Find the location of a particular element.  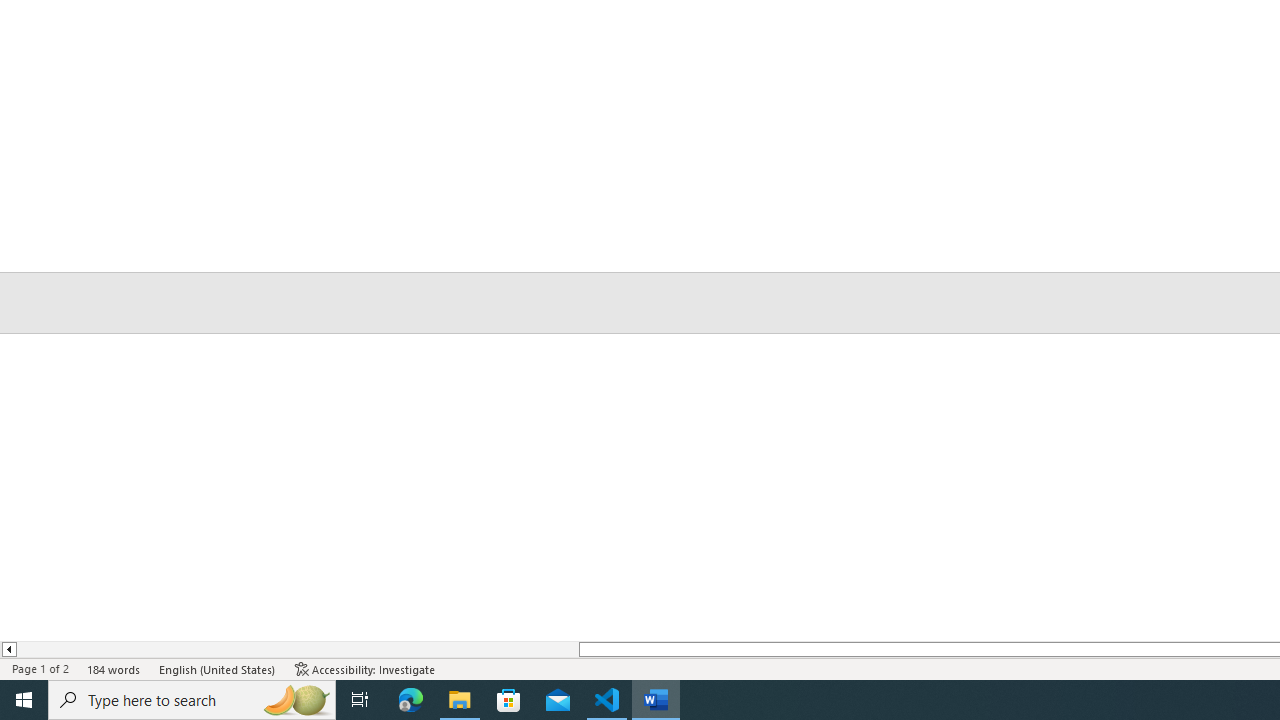

'Search highlights icon opens search home window' is located at coordinates (294, 698).